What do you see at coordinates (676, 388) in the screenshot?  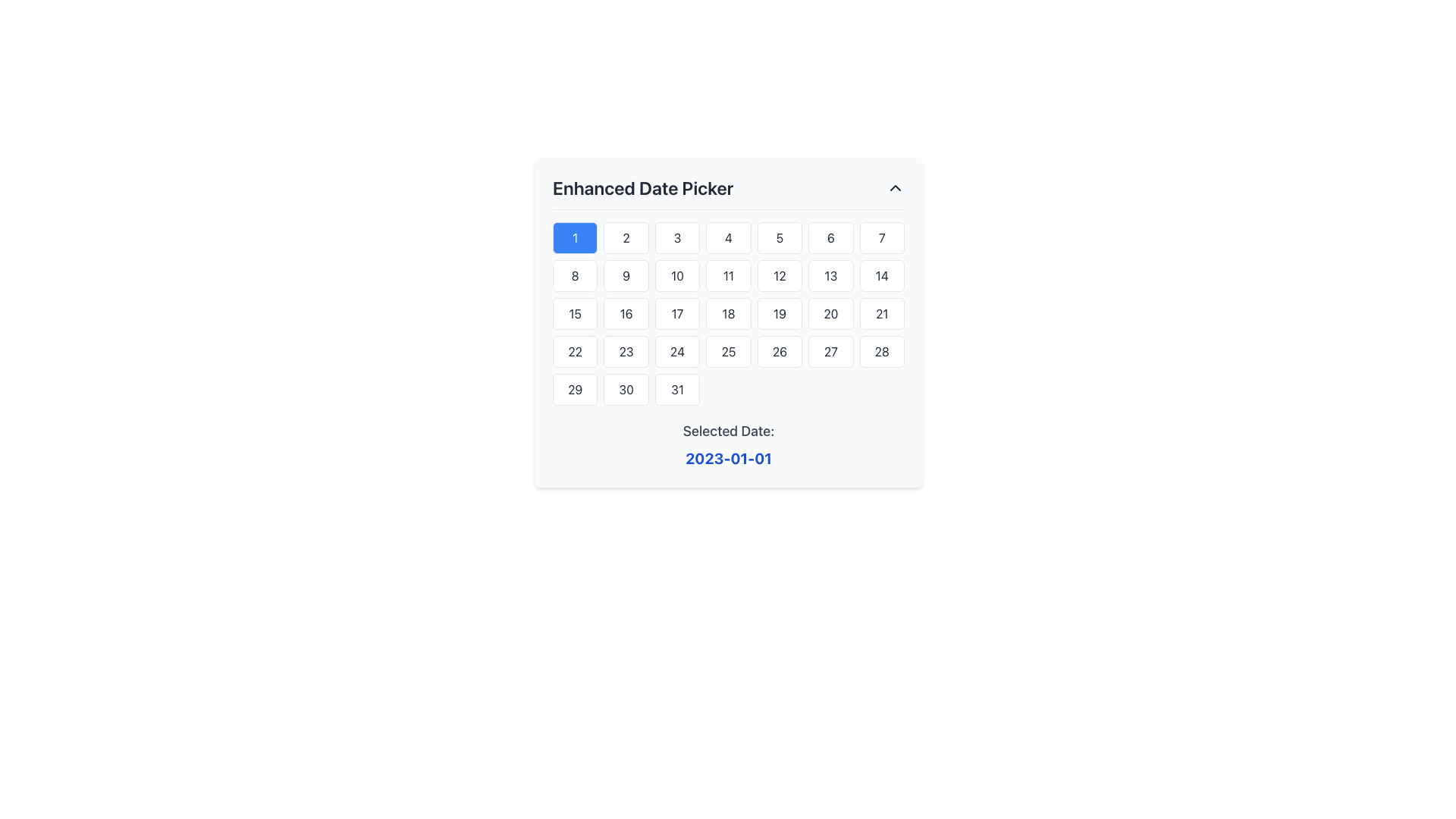 I see `the square-shaped button labeled '31' with a rounded border` at bounding box center [676, 388].